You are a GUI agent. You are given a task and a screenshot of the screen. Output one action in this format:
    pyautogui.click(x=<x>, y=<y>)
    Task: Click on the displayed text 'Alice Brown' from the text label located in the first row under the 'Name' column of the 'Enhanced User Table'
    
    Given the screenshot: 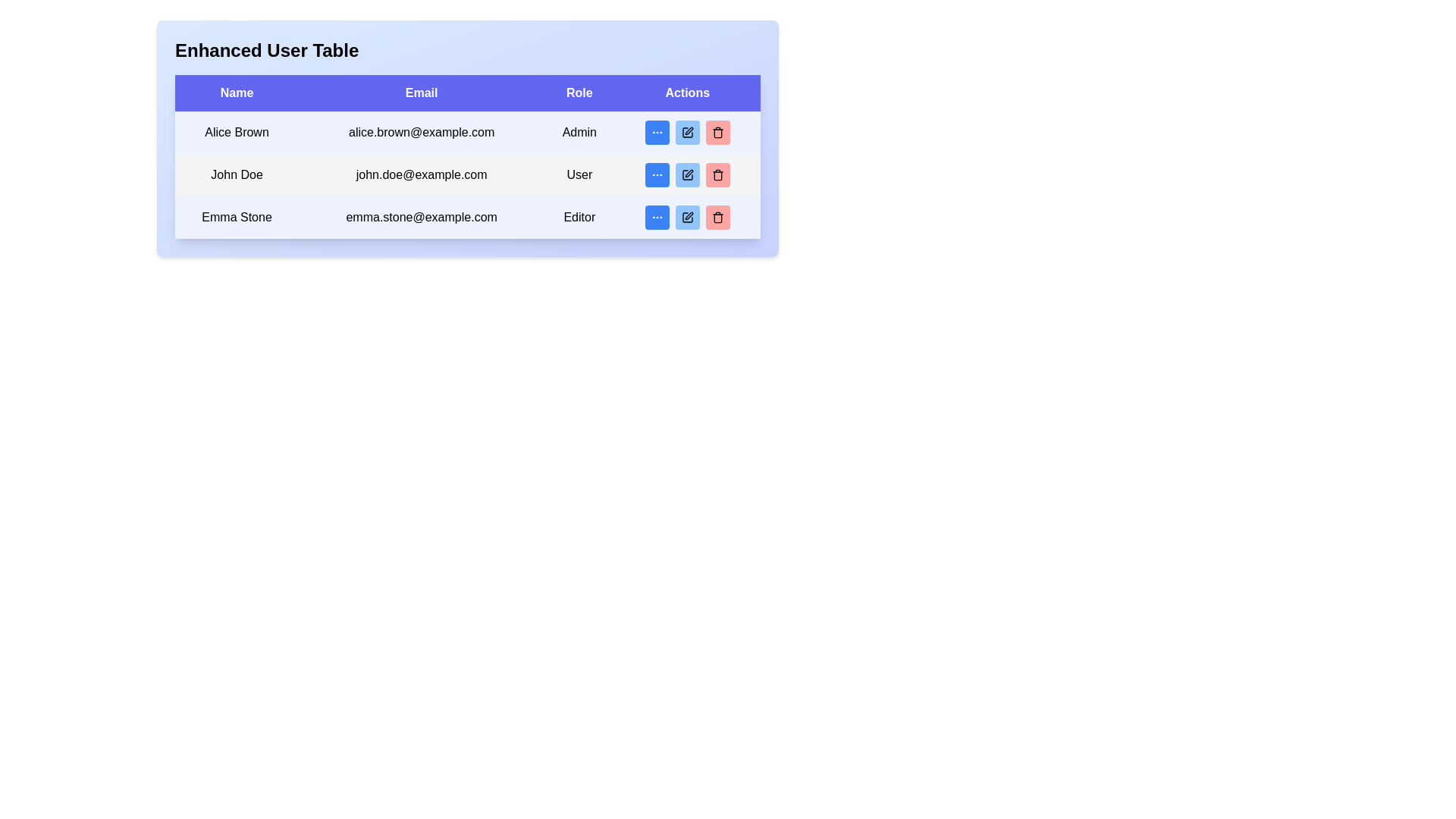 What is the action you would take?
    pyautogui.click(x=236, y=131)
    